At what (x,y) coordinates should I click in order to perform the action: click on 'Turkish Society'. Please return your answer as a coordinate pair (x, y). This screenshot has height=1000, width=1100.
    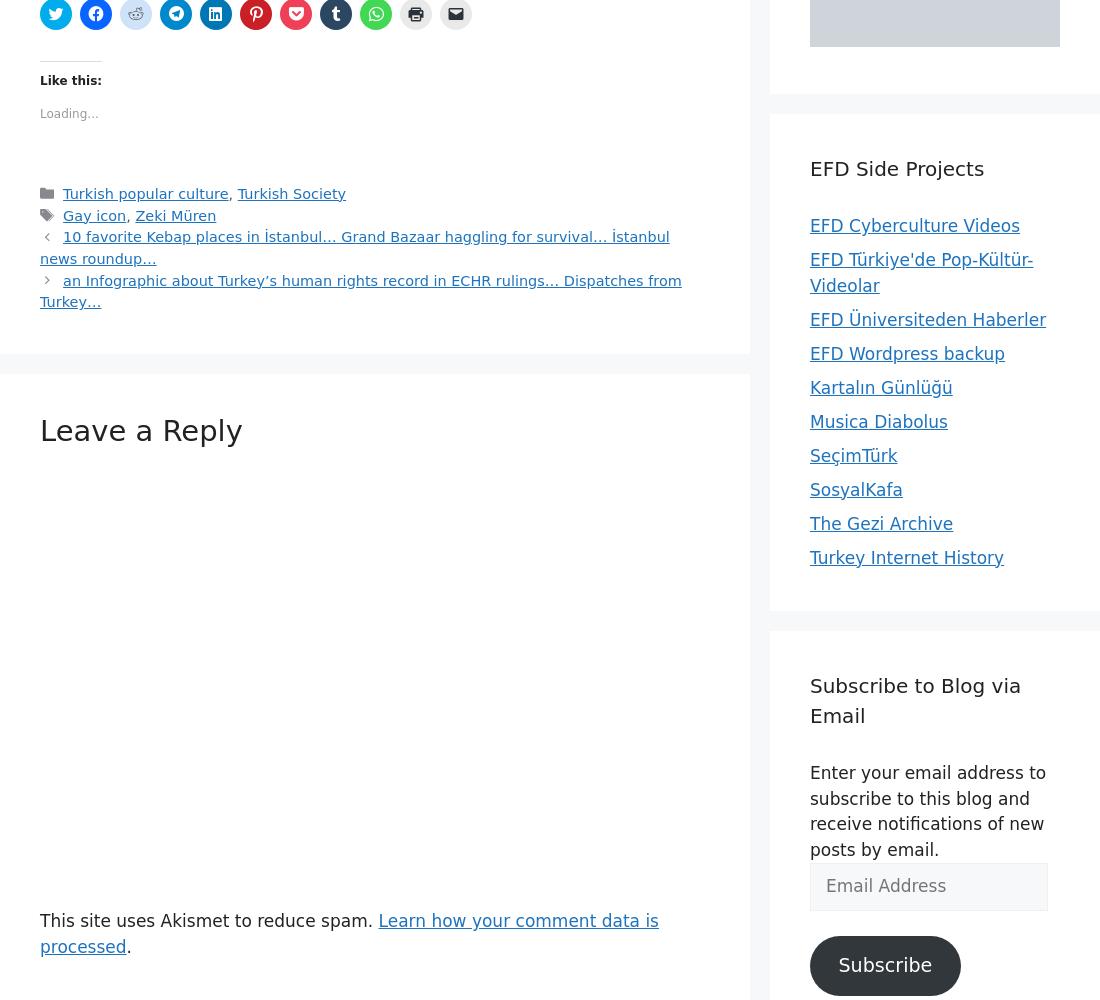
    Looking at the image, I should click on (290, 192).